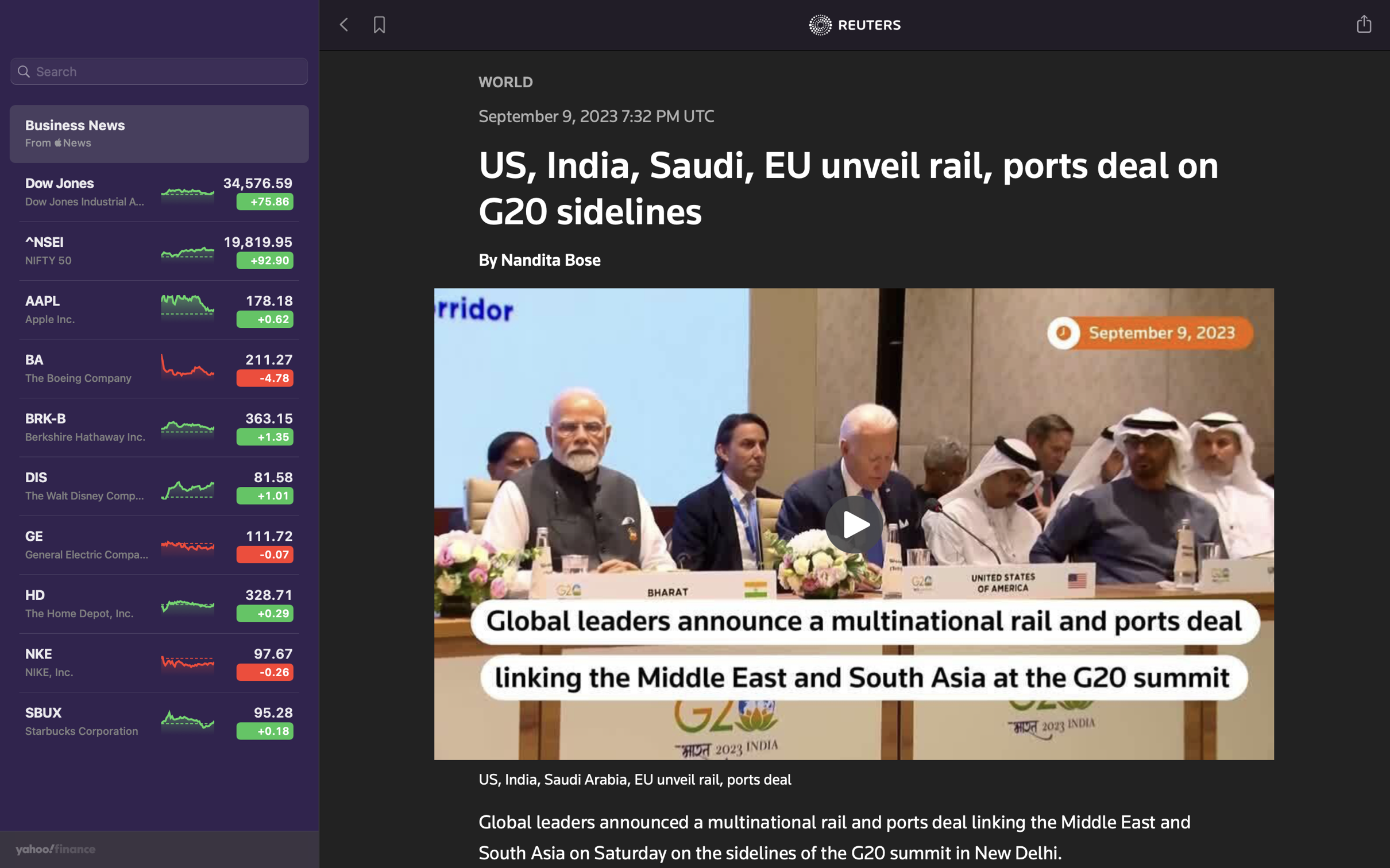 The image size is (1390, 868). Describe the element at coordinates (160, 73) in the screenshot. I see `Look up for the latest news related to General Electric` at that location.